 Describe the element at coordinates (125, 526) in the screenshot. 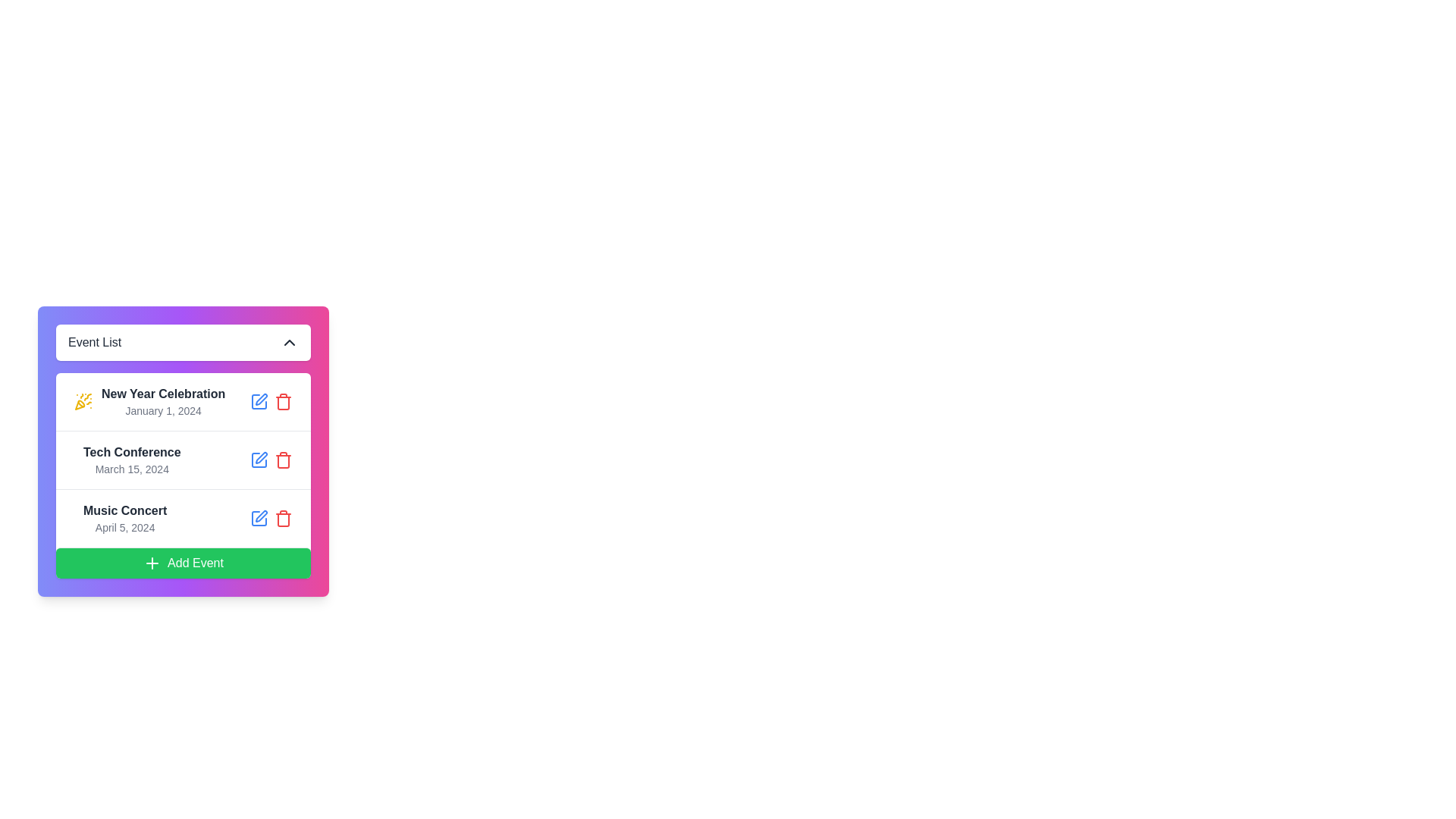

I see `the static text label displaying 'April 5, 2024', which is positioned below the 'Music Concert' title and aligned to the left` at that location.